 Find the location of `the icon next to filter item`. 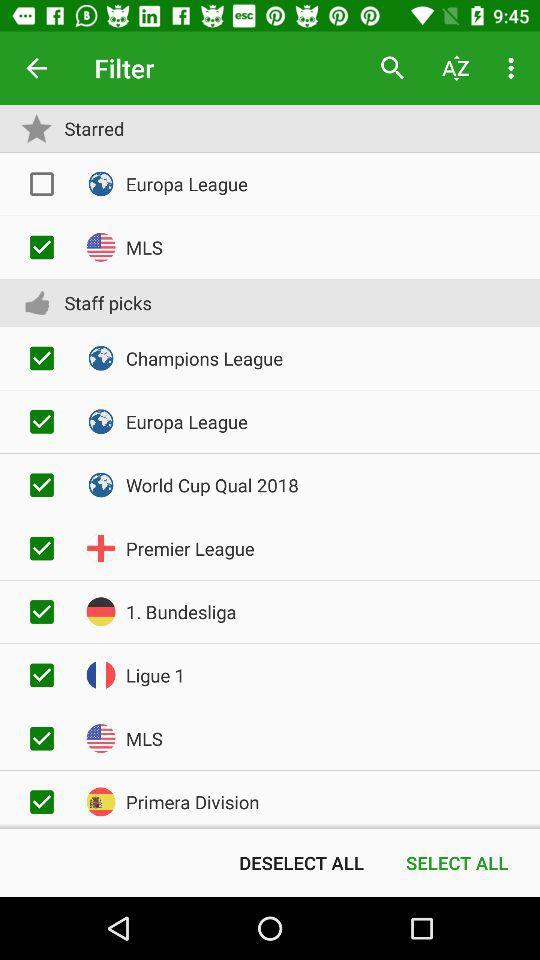

the icon next to filter item is located at coordinates (36, 68).